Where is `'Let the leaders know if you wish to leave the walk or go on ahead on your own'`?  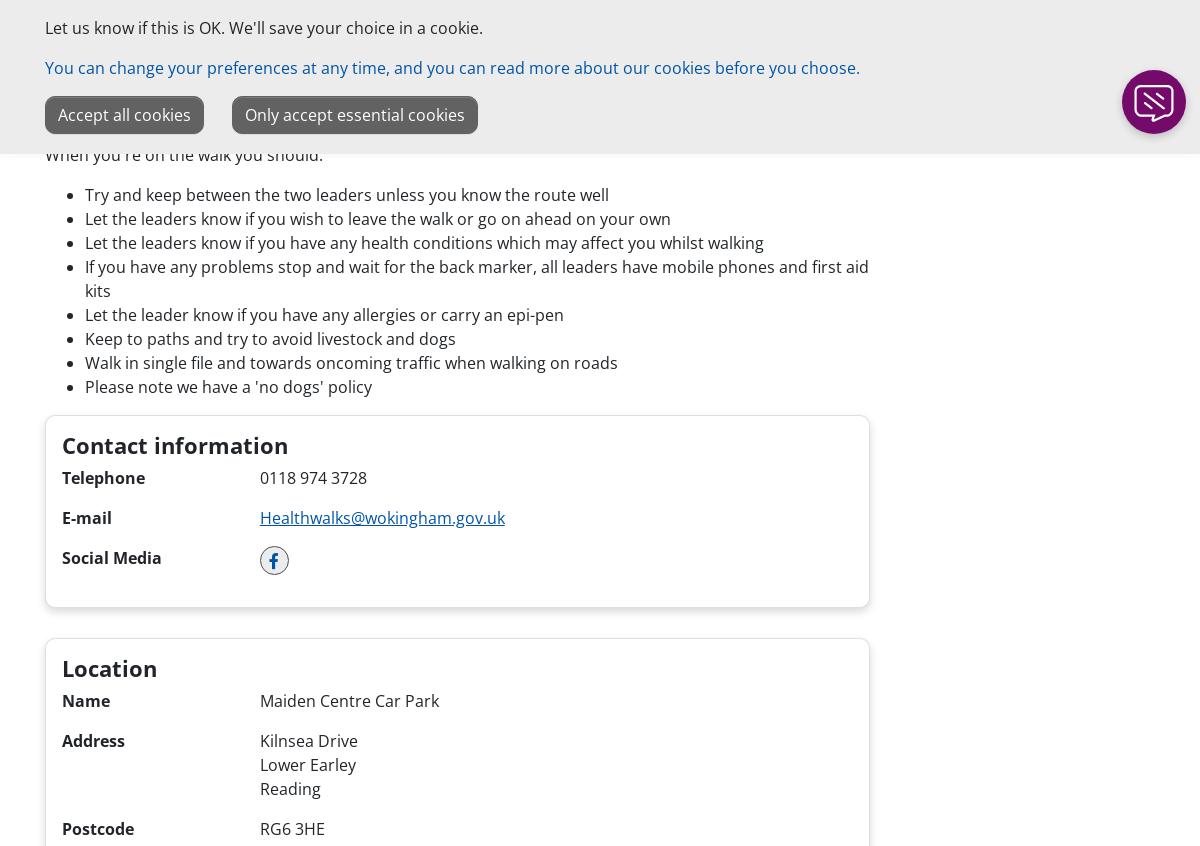 'Let the leaders know if you wish to leave the walk or go on ahead on your own' is located at coordinates (378, 218).